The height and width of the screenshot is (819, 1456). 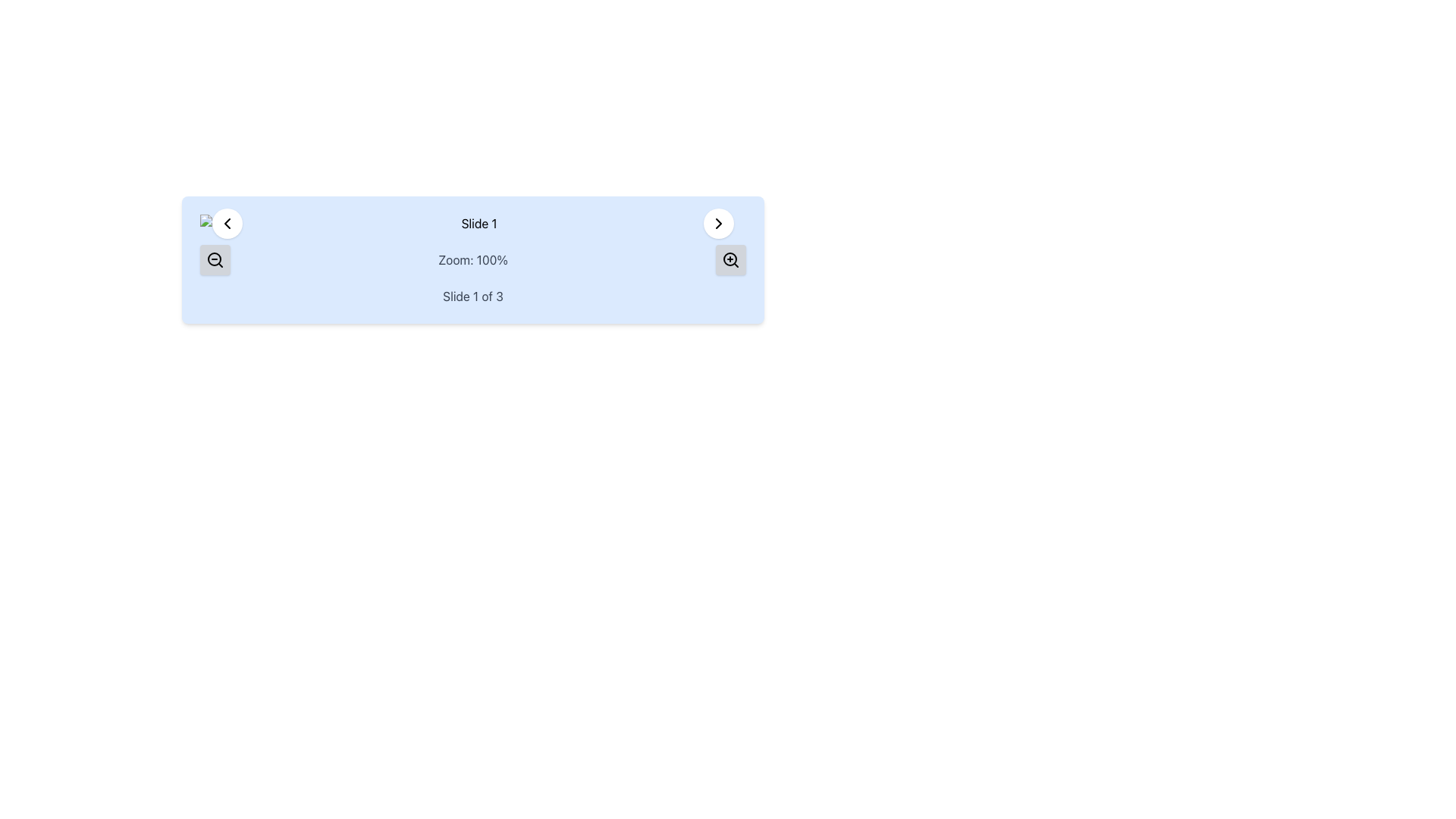 What do you see at coordinates (214, 259) in the screenshot?
I see `the magnifying glass icon with a minus symbol inside it` at bounding box center [214, 259].